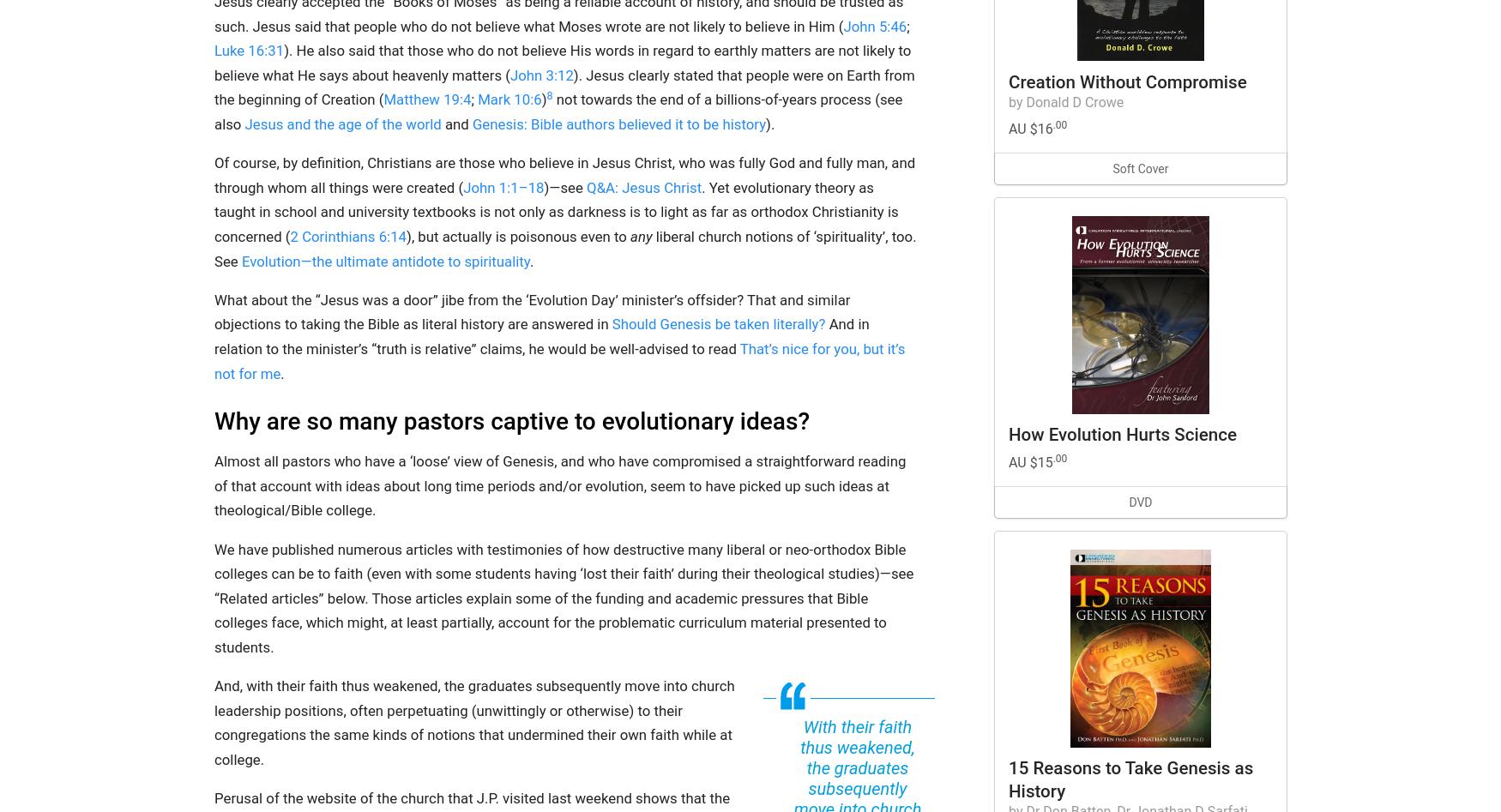  What do you see at coordinates (564, 247) in the screenshot?
I see `'liberal church notions of ‘spirituality’, too. See'` at bounding box center [564, 247].